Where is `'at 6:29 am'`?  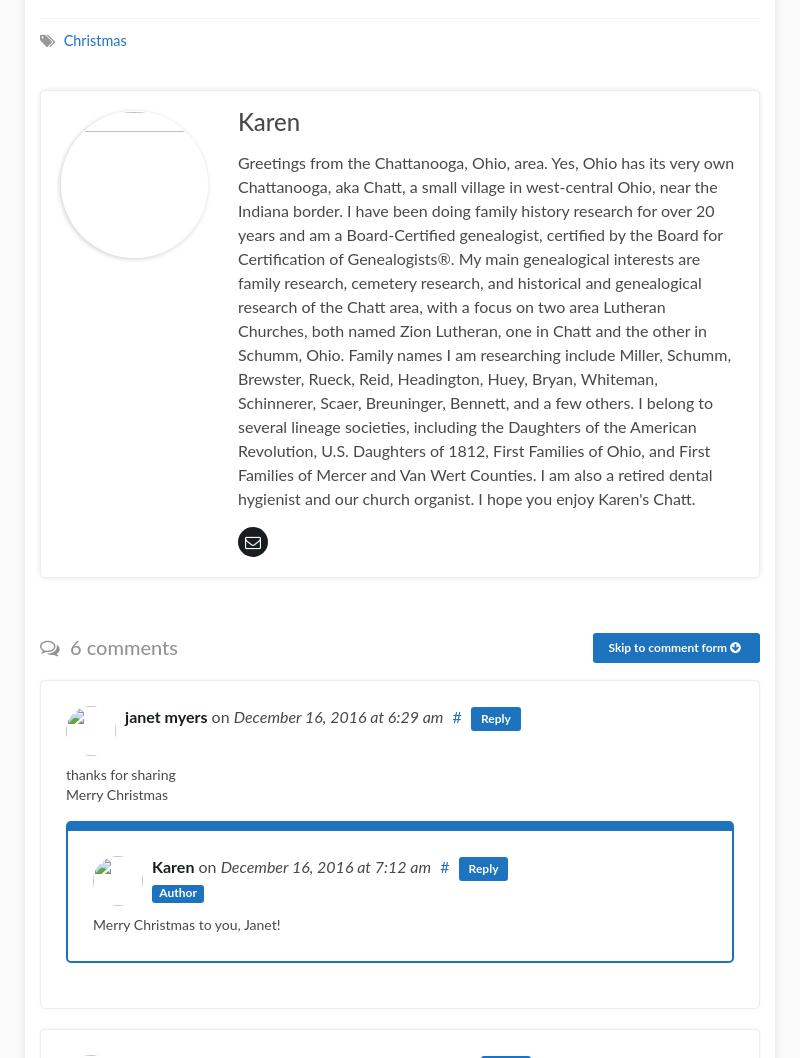
'at 6:29 am' is located at coordinates (406, 717).